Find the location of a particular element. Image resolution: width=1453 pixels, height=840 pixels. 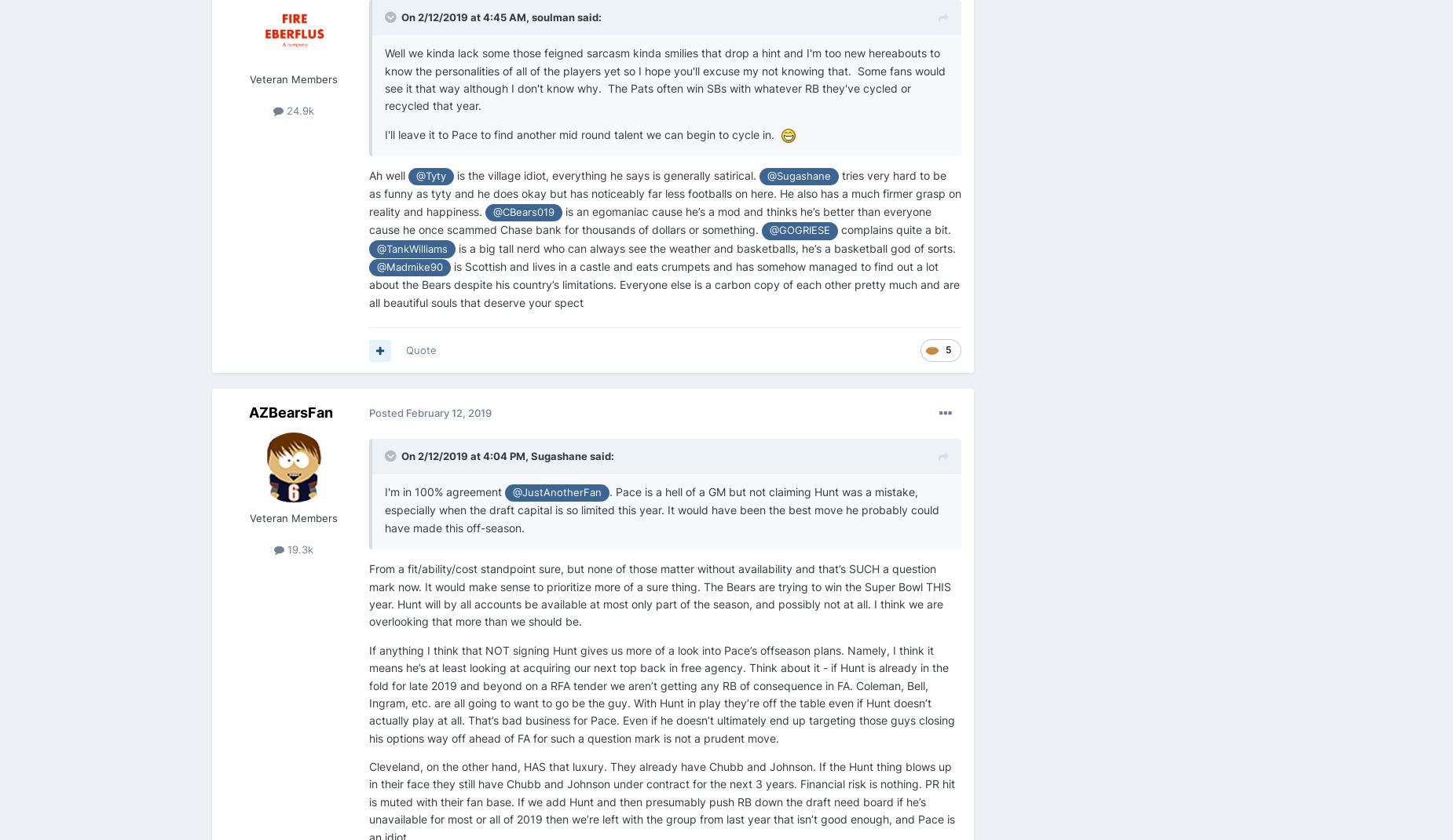

'Well we kinda lack some those feigned sarcasm kinda smilies that drop a hint and I'm too new hereabouts to know the personalities of all of the players yet so I hope you'll excuse my not knowing that.  Some fans would see it that way although I don't know why.  The Pats often win SBs with whatever RB they've cycled or recycled that year.' is located at coordinates (664, 79).